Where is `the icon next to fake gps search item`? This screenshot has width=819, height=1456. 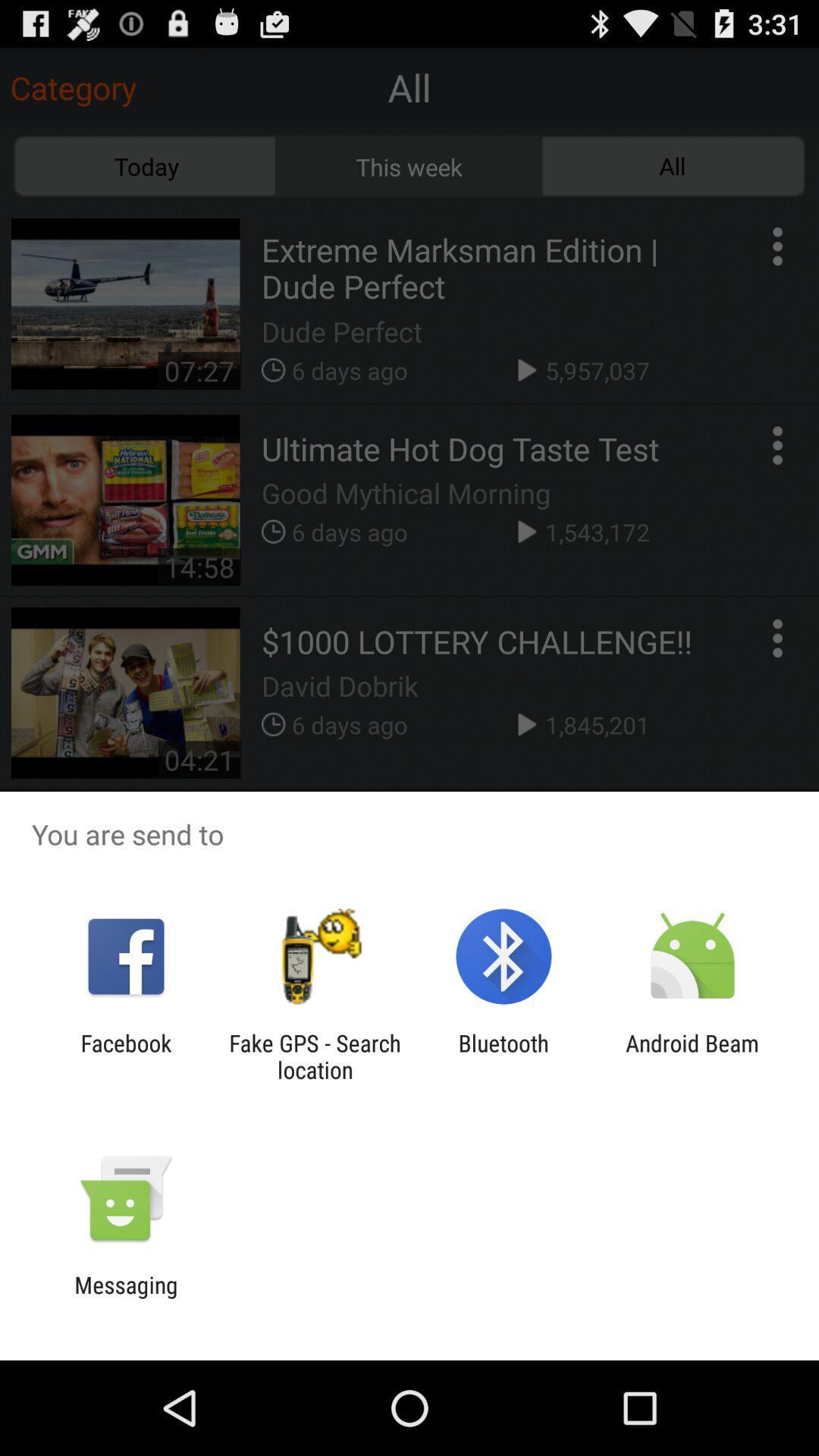
the icon next to fake gps search item is located at coordinates (504, 1056).